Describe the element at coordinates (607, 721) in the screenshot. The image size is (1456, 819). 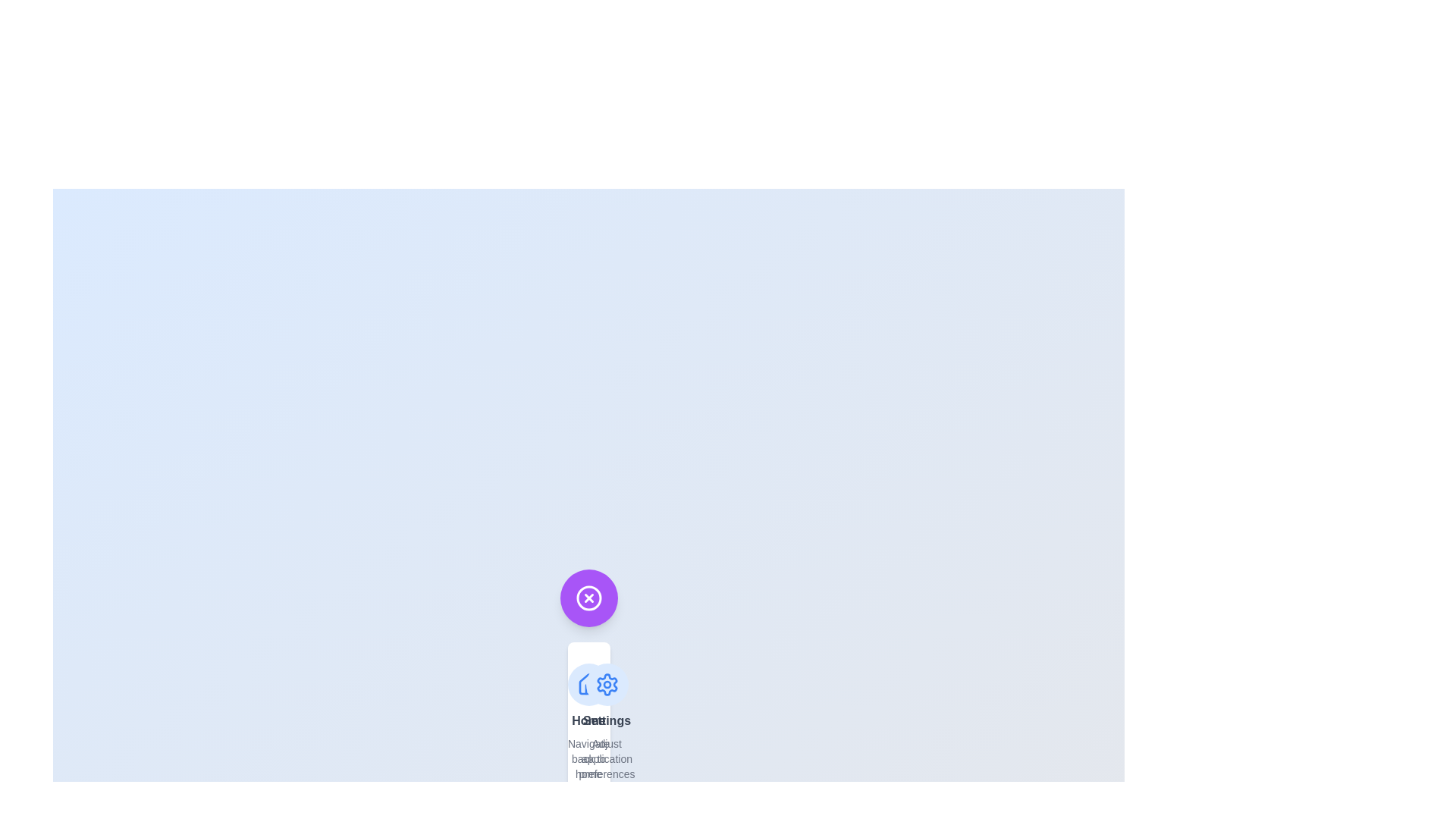
I see `the menu option labeled Settings` at that location.